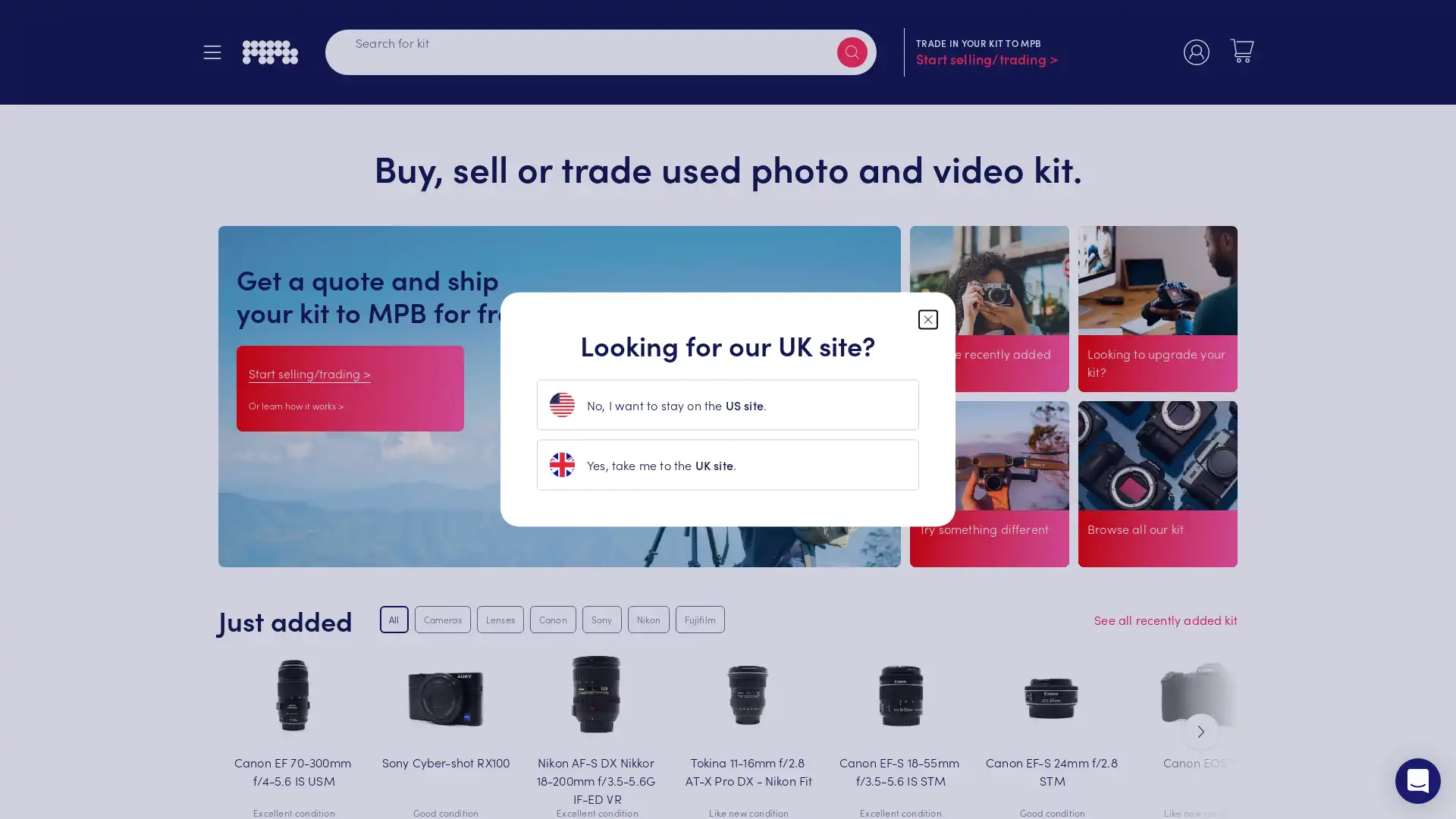  I want to click on View kit guides, so click(962, 551).